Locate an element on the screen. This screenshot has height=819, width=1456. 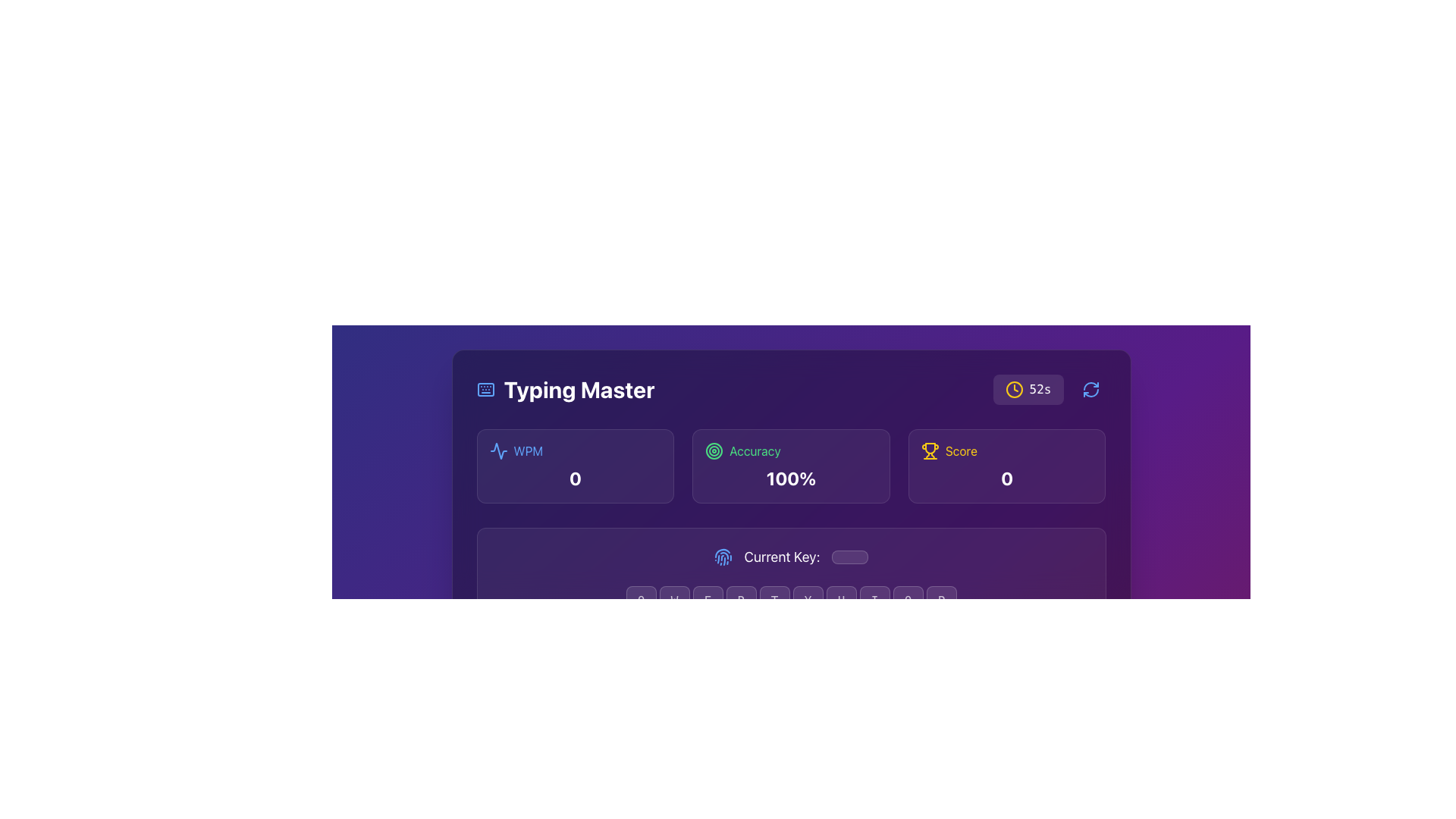
the circular blue refresh icon located at the top right portion of the interface, next to the time display labeled '56s' is located at coordinates (1090, 388).